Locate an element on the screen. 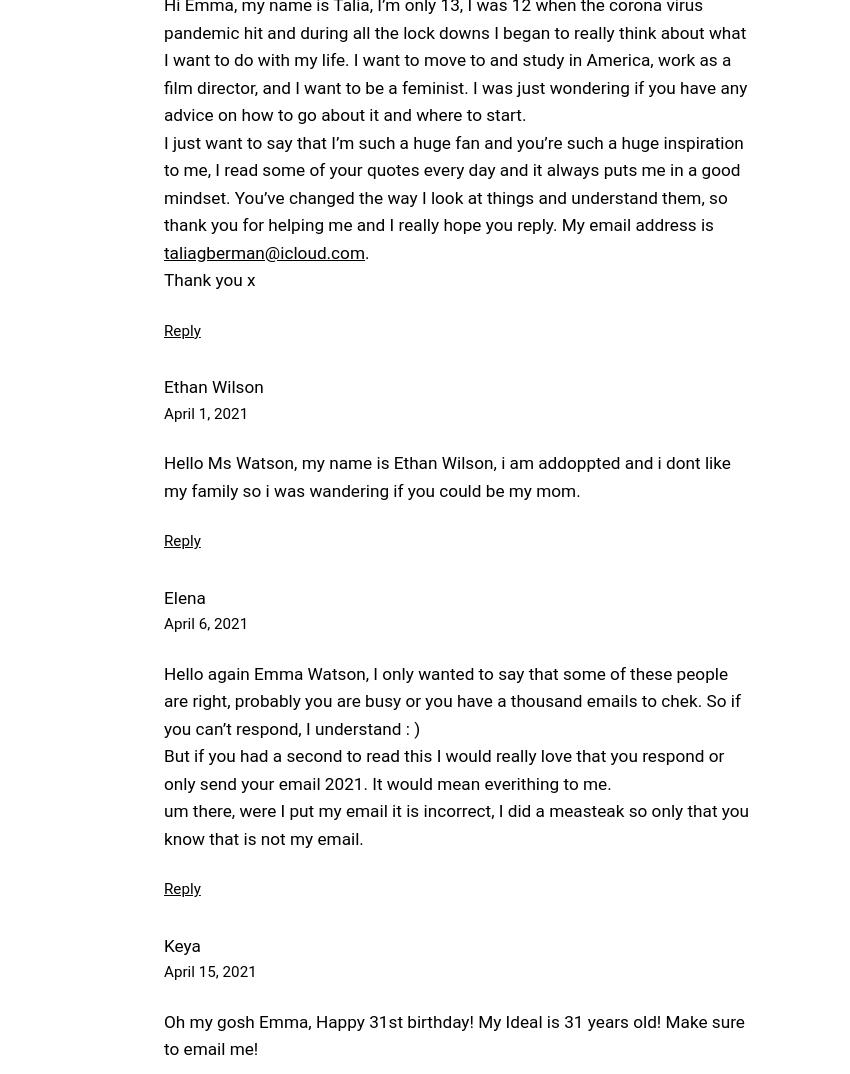 This screenshot has height=1074, width=850. 'April 15, 2021' is located at coordinates (209, 970).